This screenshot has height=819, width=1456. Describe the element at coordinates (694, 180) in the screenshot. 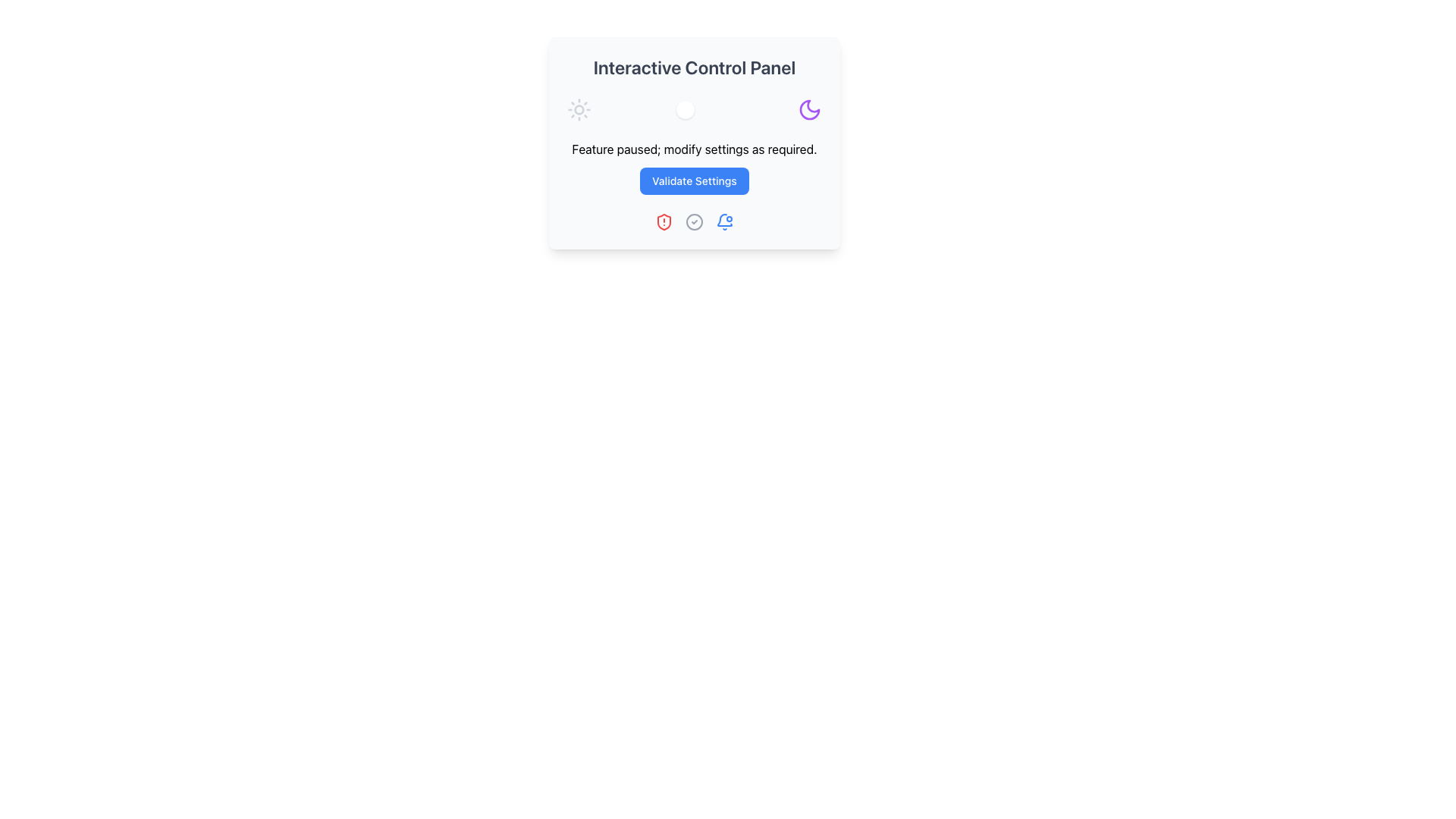

I see `the rectangular button with a blue background and white text labeled 'Validate Settings' to validate settings` at that location.